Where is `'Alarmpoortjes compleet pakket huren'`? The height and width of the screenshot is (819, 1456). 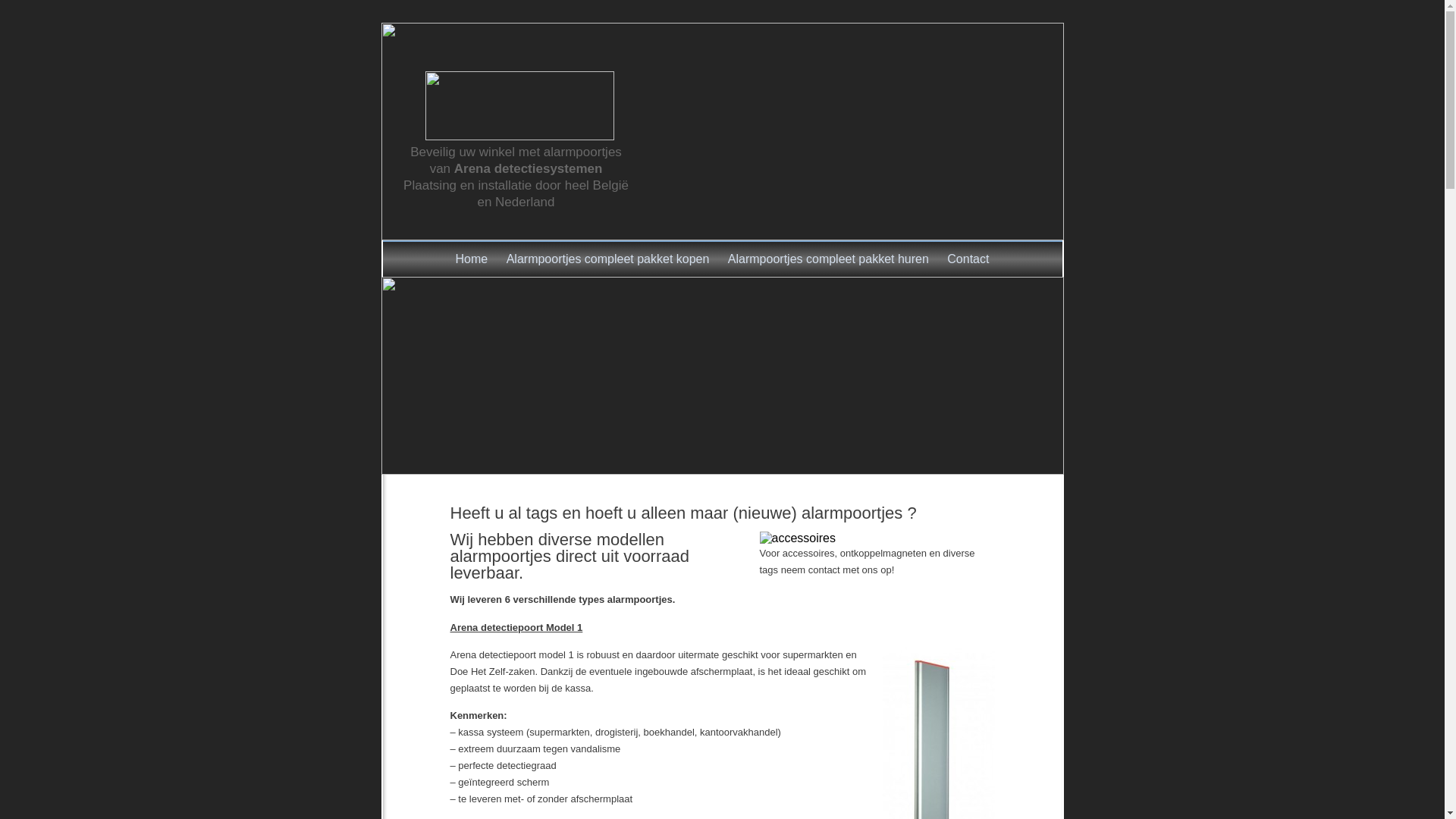
'Alarmpoortjes compleet pakket huren' is located at coordinates (827, 259).